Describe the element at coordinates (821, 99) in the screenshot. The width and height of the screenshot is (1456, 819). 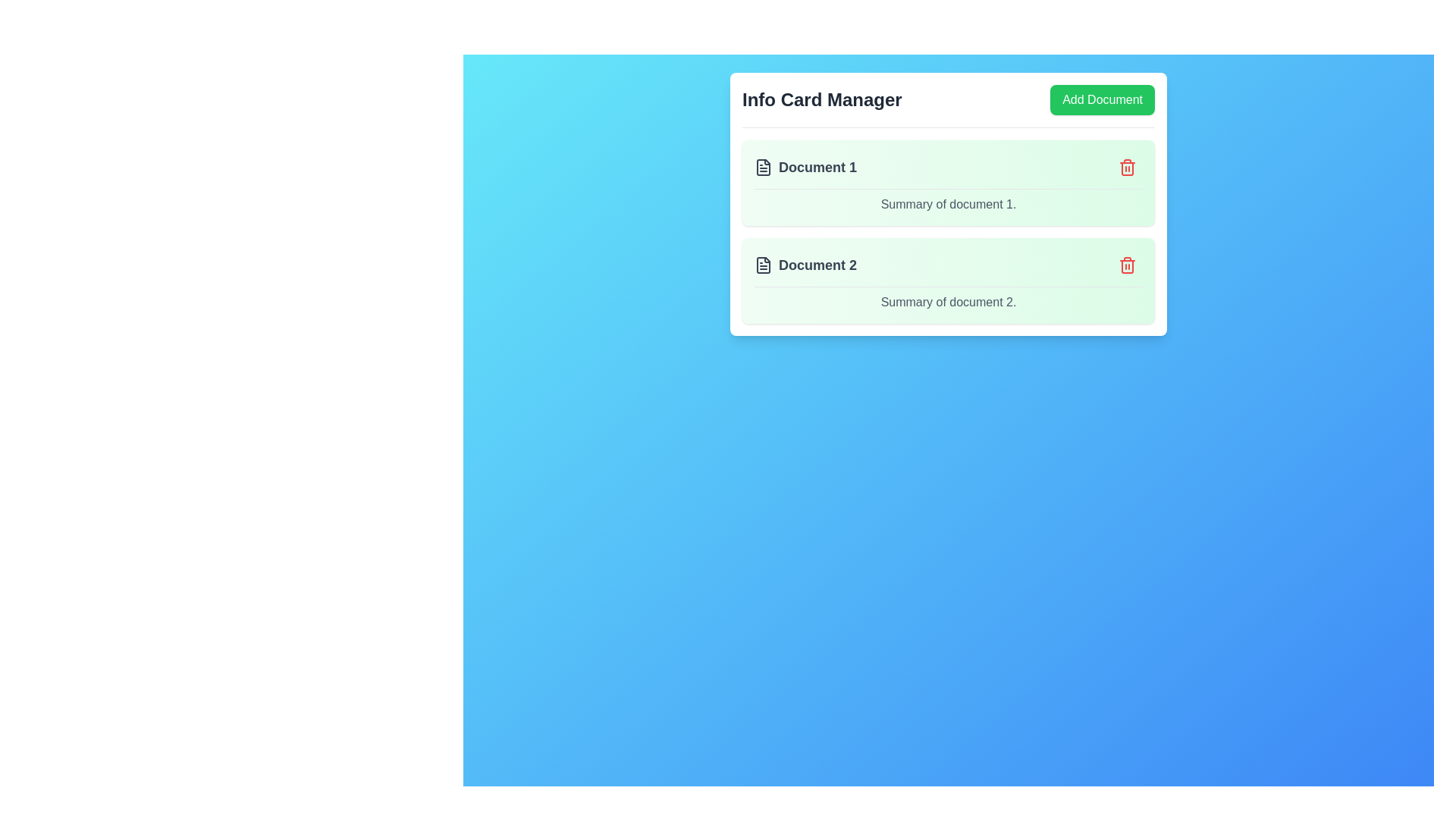
I see `text component displaying 'Info Card Manager', which is positioned in the upper-left corner of the card interface, above the 'Add Document' button` at that location.